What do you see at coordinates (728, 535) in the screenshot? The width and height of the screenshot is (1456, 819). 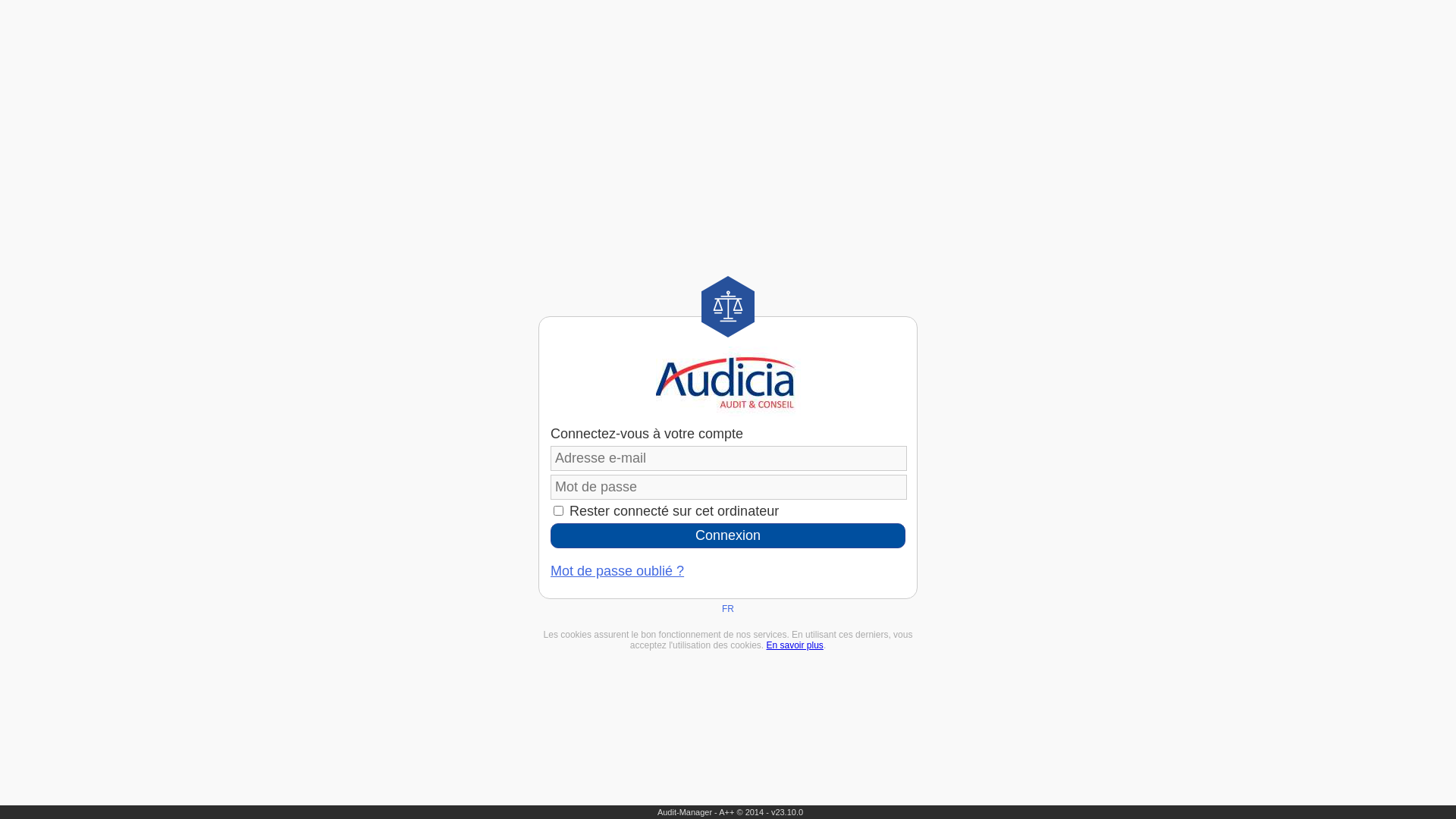 I see `'Connexion'` at bounding box center [728, 535].